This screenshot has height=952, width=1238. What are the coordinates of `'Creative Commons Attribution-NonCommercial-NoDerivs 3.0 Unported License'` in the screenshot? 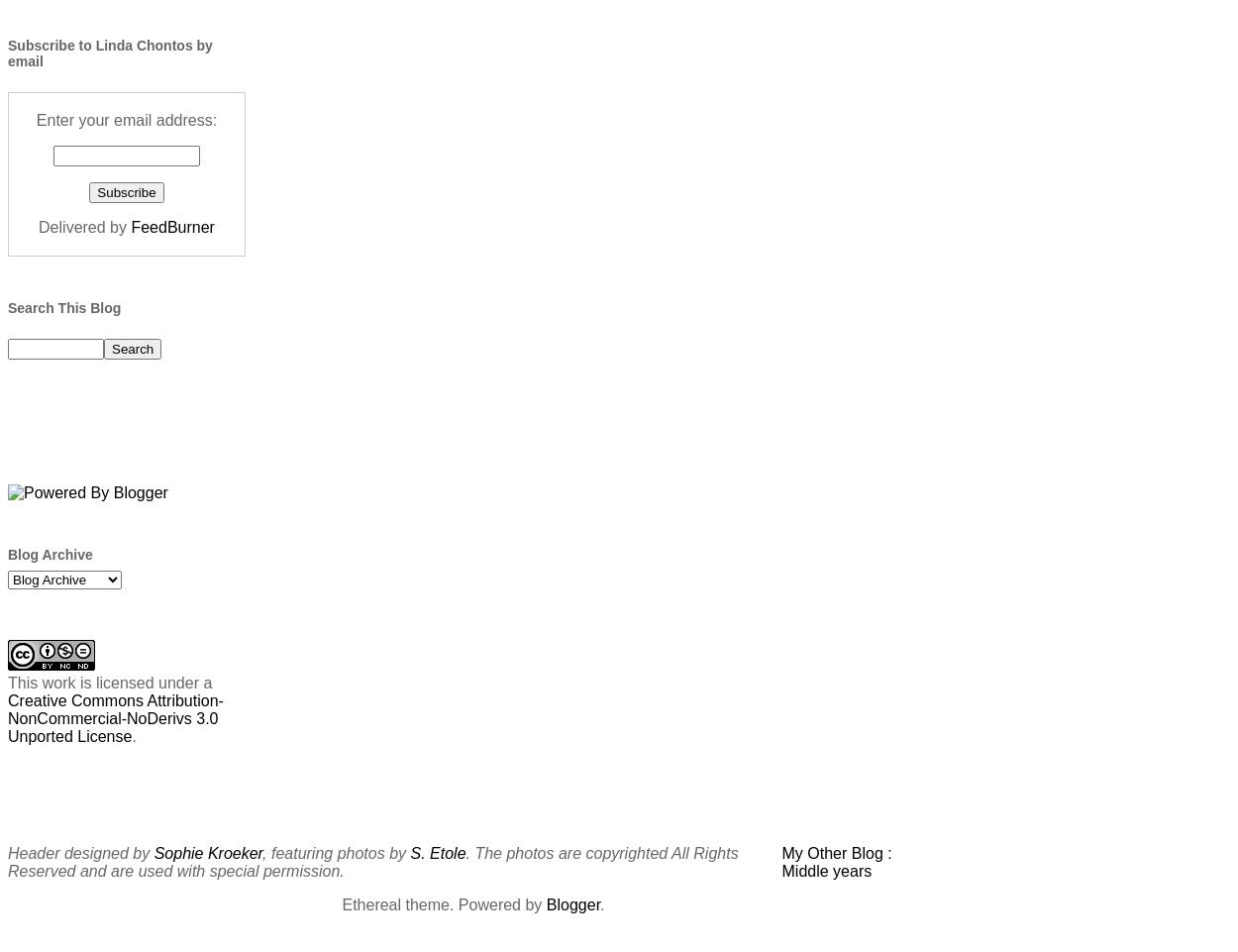 It's located at (114, 717).